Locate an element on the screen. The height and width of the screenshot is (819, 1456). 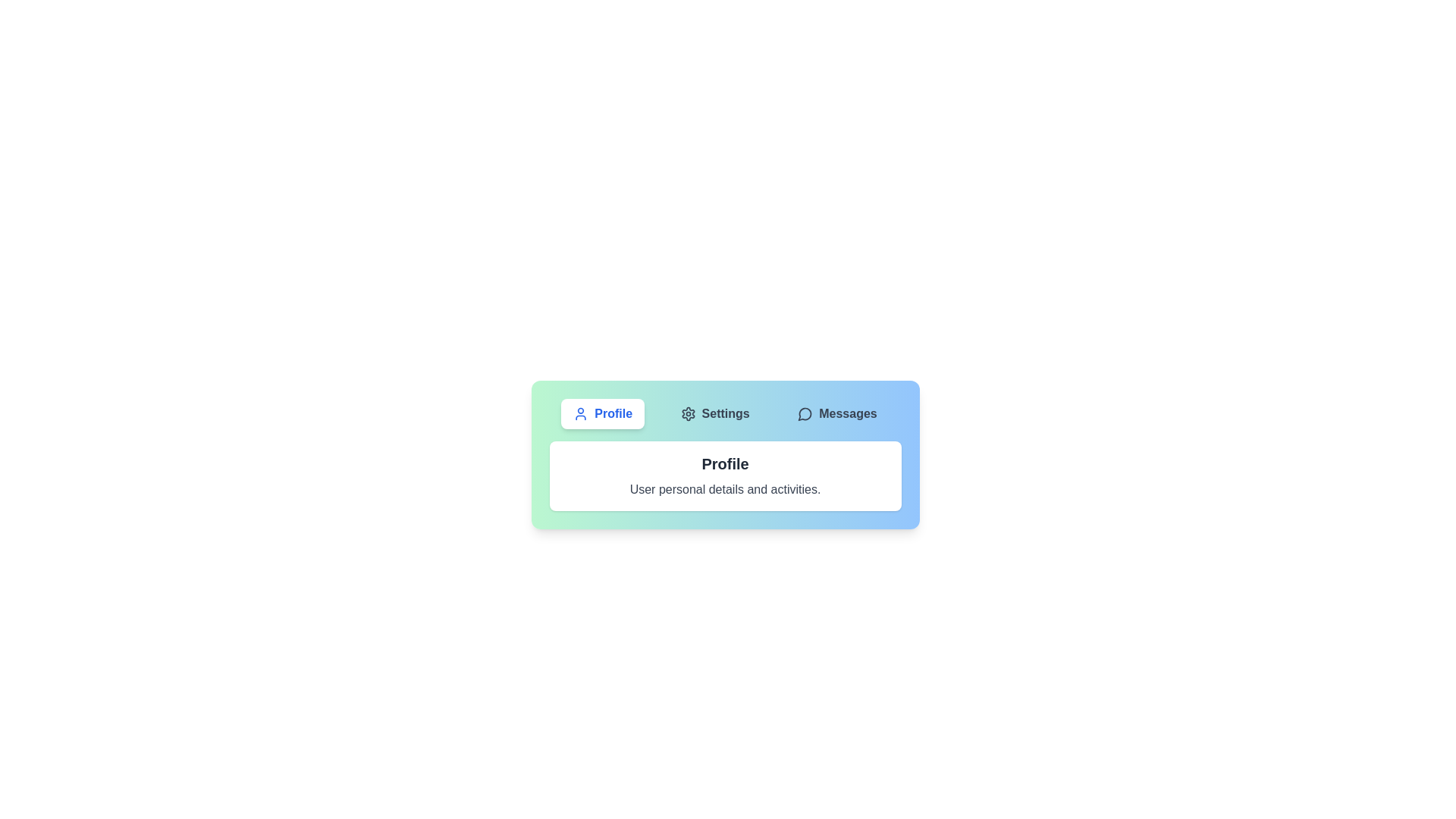
the Settings tab by clicking on its button is located at coordinates (714, 414).